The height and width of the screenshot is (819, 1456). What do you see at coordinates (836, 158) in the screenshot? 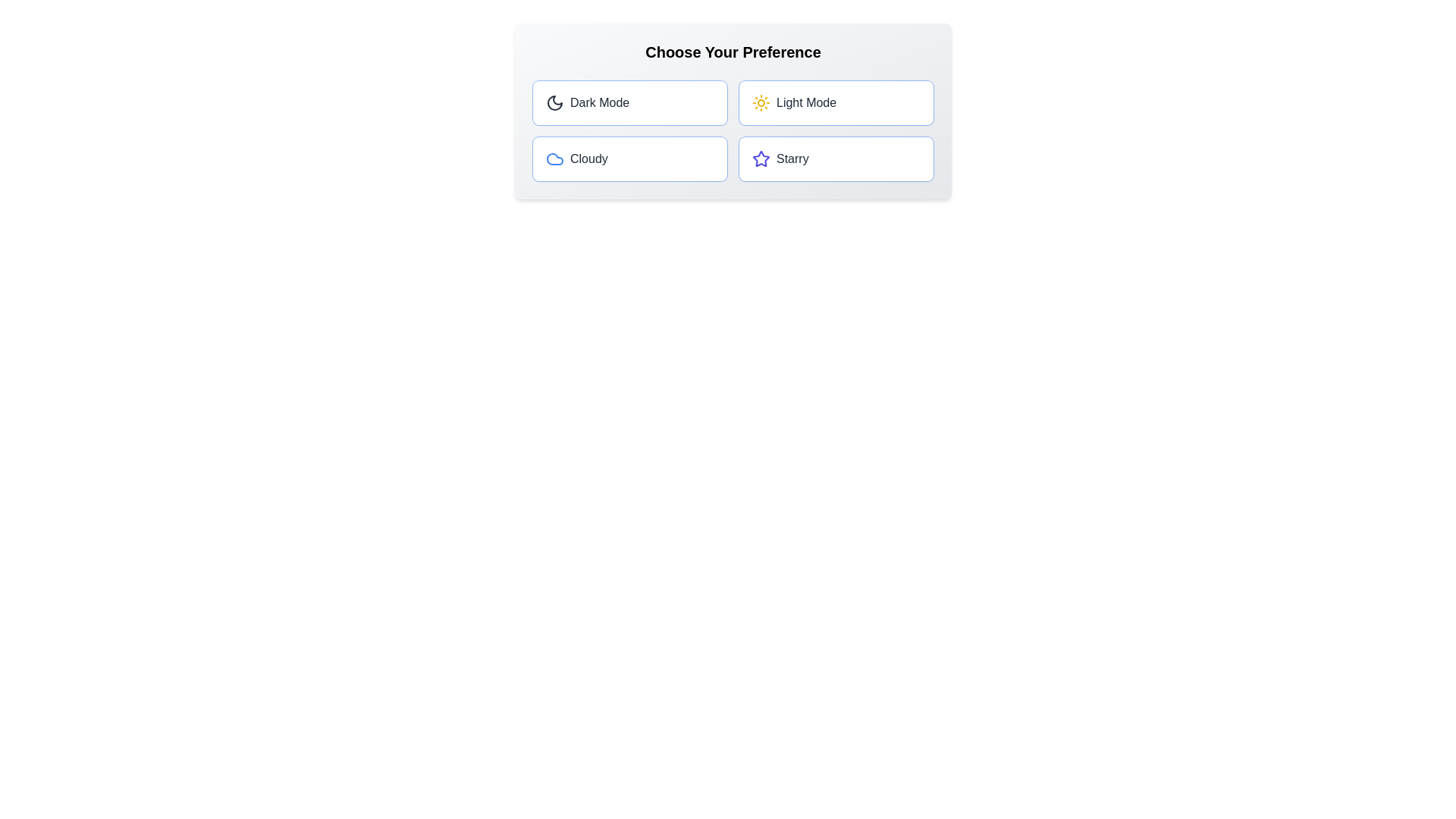
I see `the 'Starry' button located in the lower right of a 2x2 grid, which is the fourth interactive element beneath 'Light Mode' and adjacent to 'Cloudy'` at bounding box center [836, 158].